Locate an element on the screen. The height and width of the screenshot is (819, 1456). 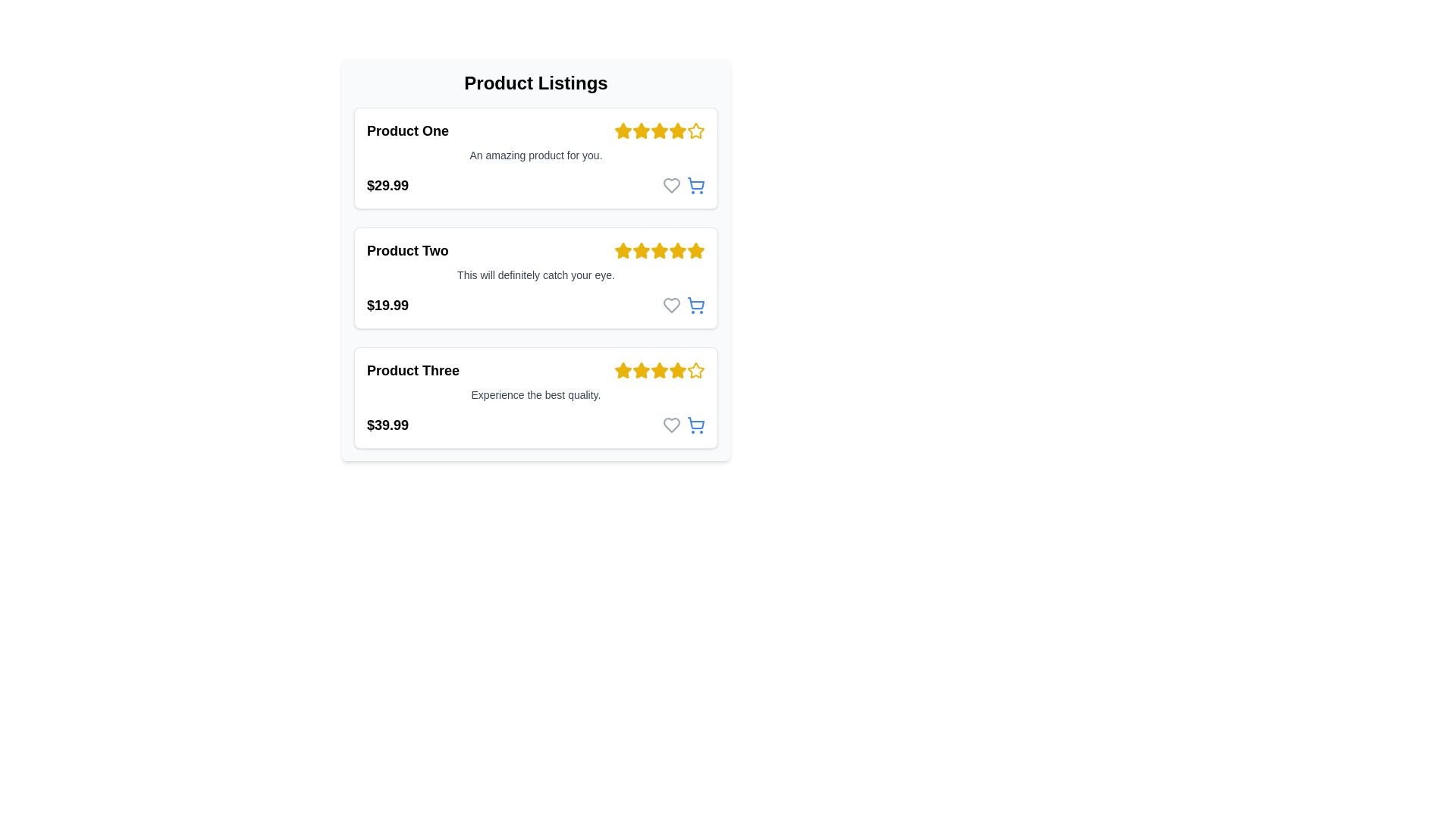
the third star in the rating system for 'Product Two' is located at coordinates (659, 249).